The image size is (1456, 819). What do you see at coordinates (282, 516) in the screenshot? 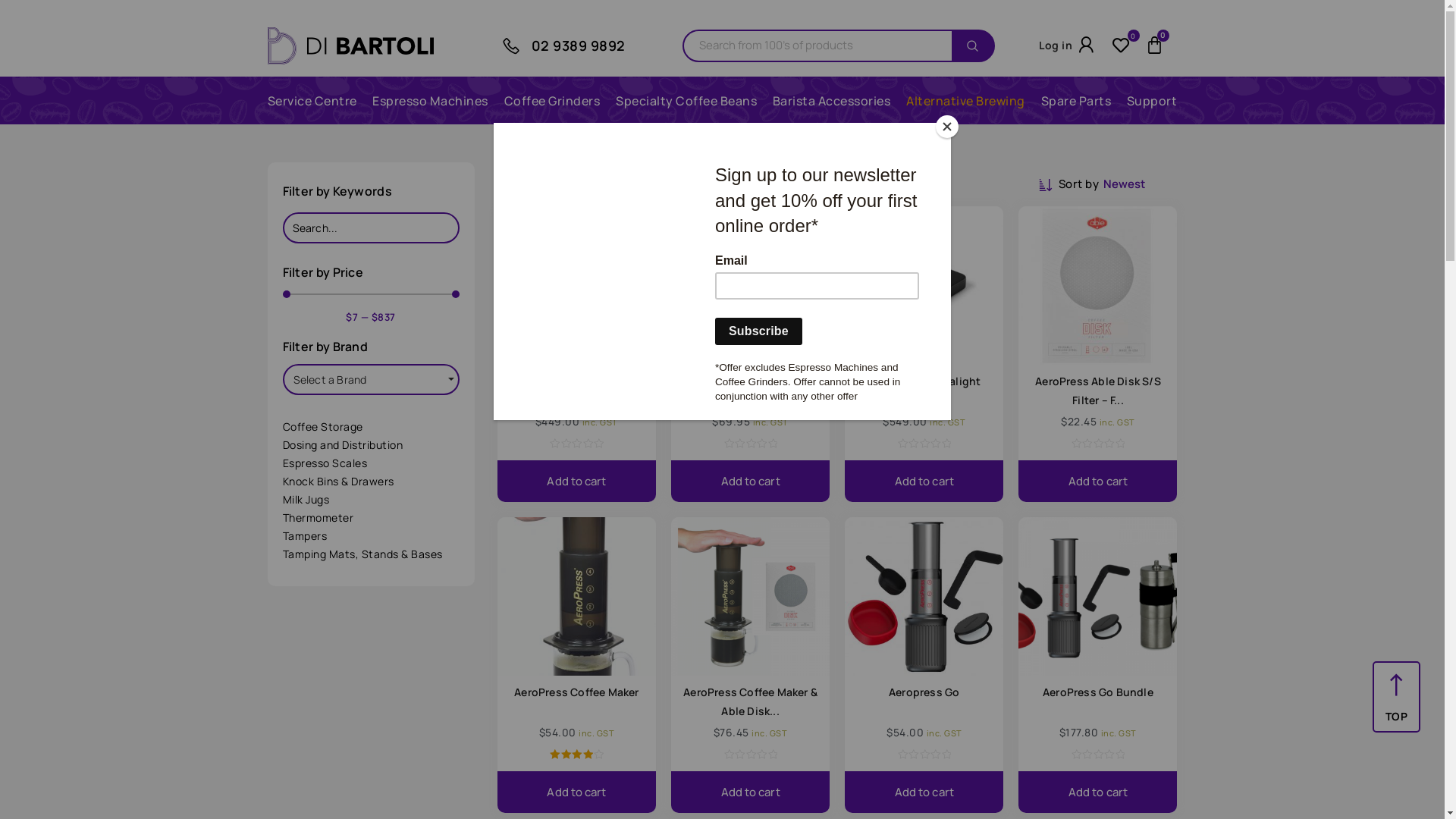
I see `'Thermometer'` at bounding box center [282, 516].